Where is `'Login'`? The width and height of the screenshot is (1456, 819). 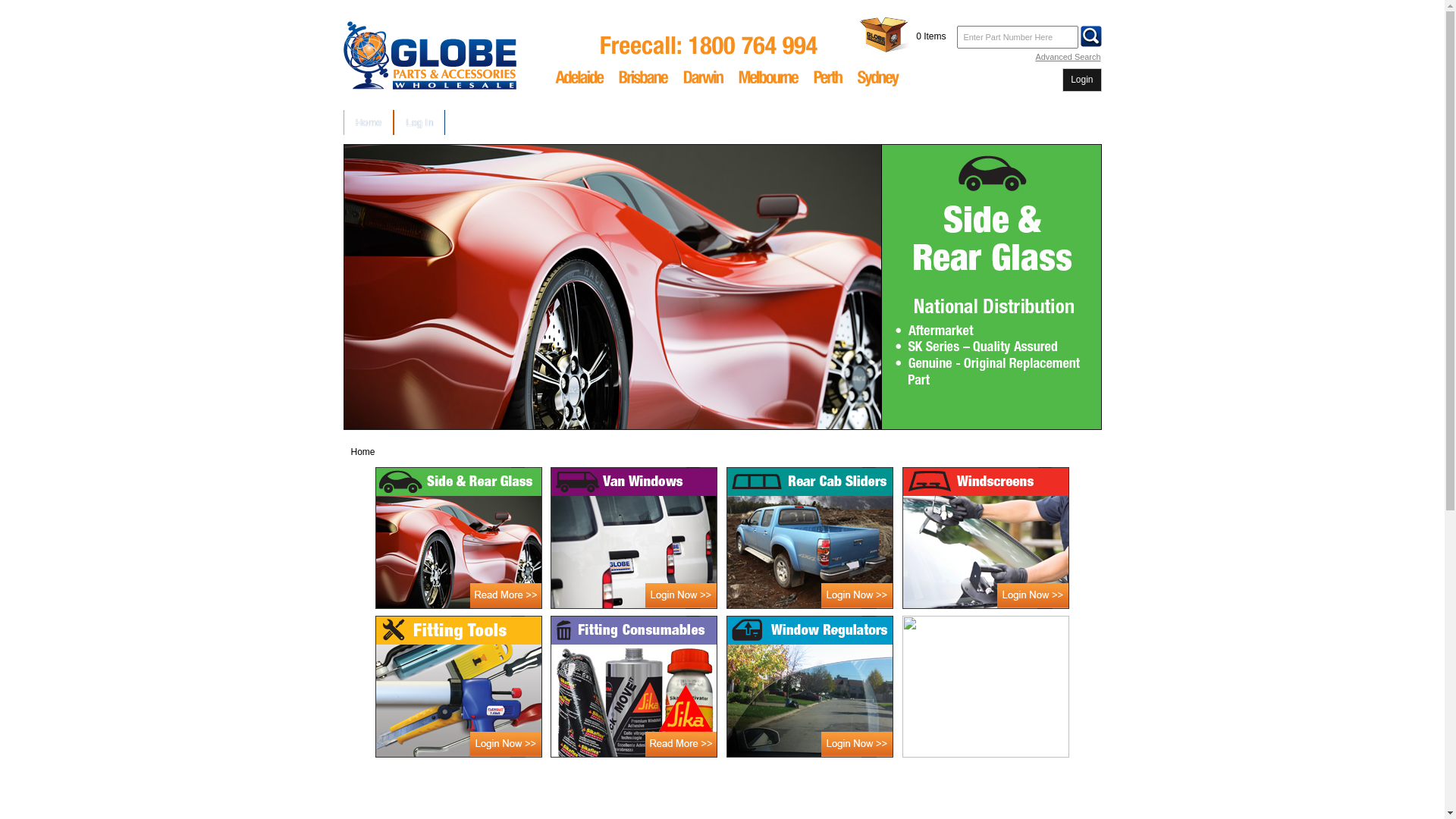
'Login' is located at coordinates (1069, 80).